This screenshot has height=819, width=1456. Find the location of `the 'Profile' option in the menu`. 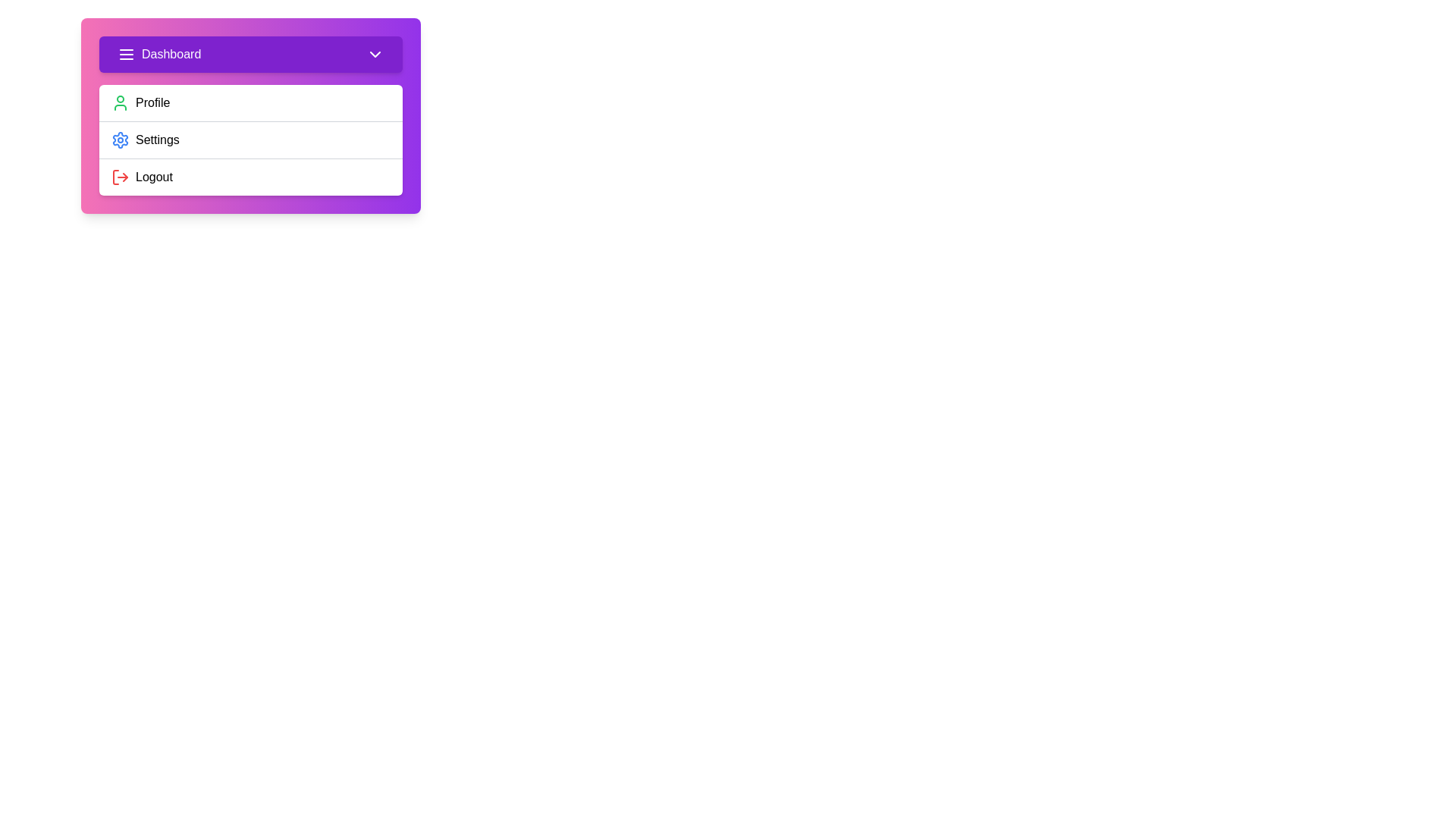

the 'Profile' option in the menu is located at coordinates (251, 102).